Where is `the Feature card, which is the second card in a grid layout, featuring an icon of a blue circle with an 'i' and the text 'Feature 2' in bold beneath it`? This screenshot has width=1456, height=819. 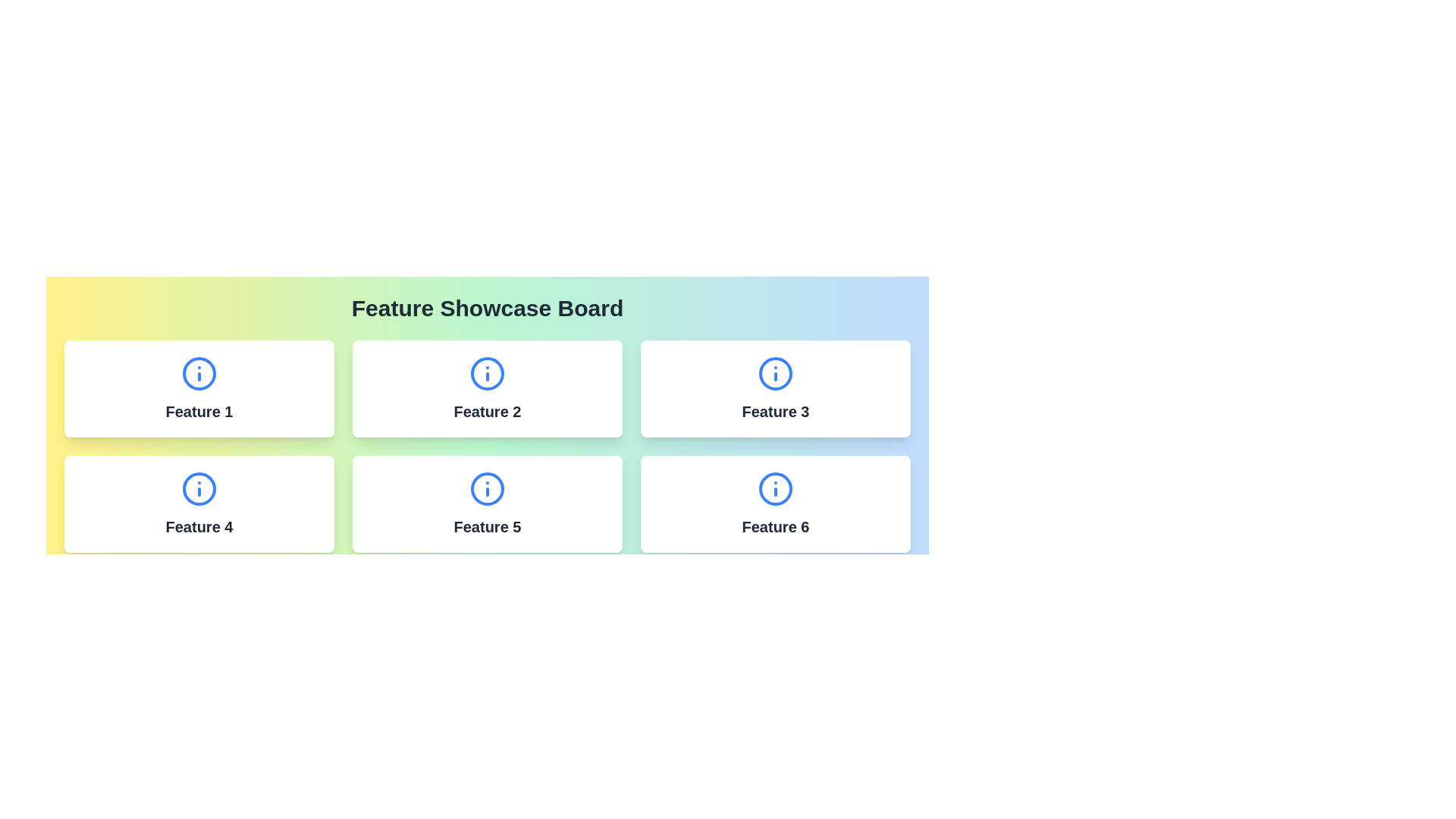 the Feature card, which is the second card in a grid layout, featuring an icon of a blue circle with an 'i' and the text 'Feature 2' in bold beneath it is located at coordinates (488, 388).